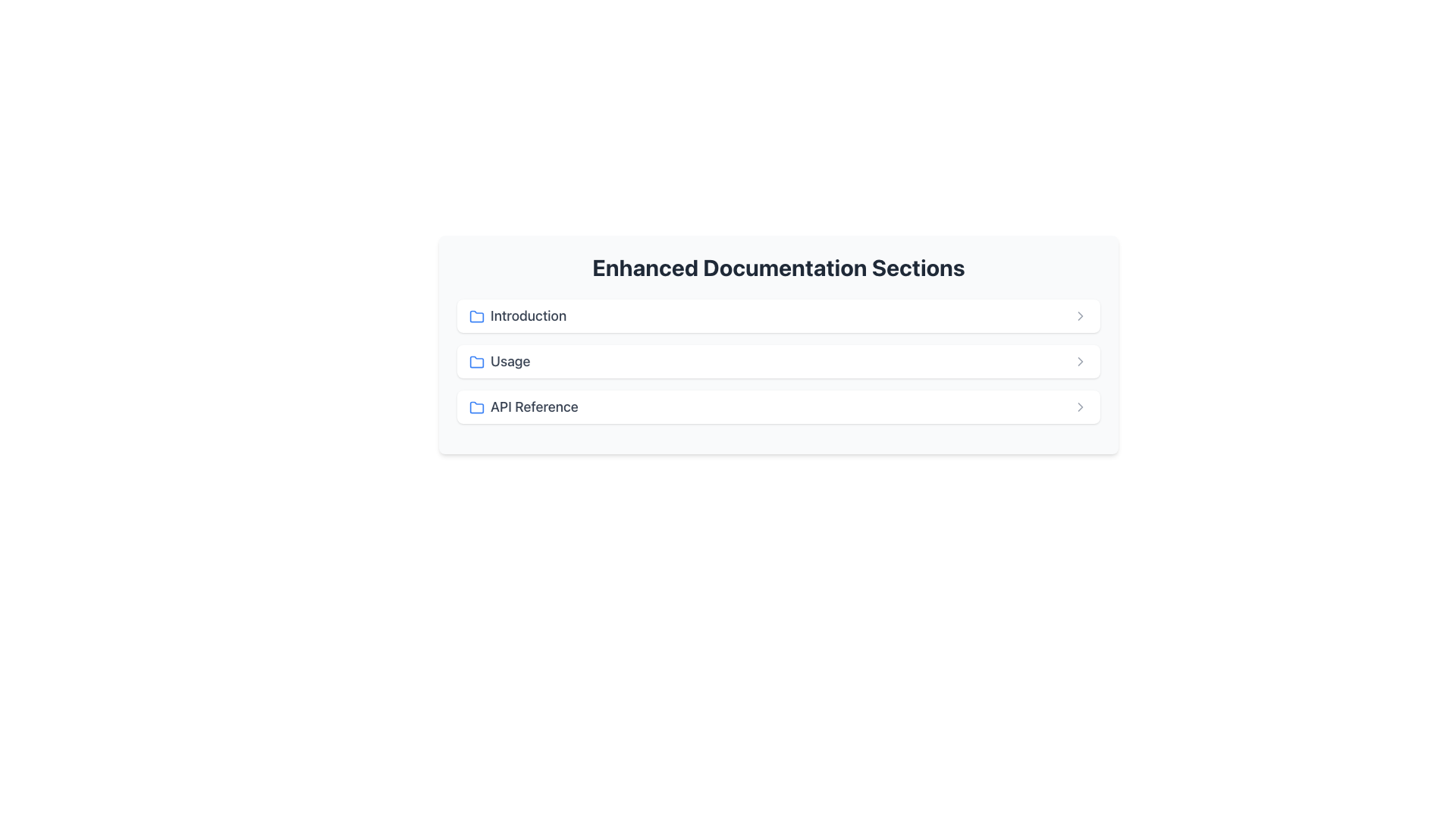  What do you see at coordinates (779, 315) in the screenshot?
I see `the first List Item in the documentation navigation, which leads to the 'Introduction' section` at bounding box center [779, 315].